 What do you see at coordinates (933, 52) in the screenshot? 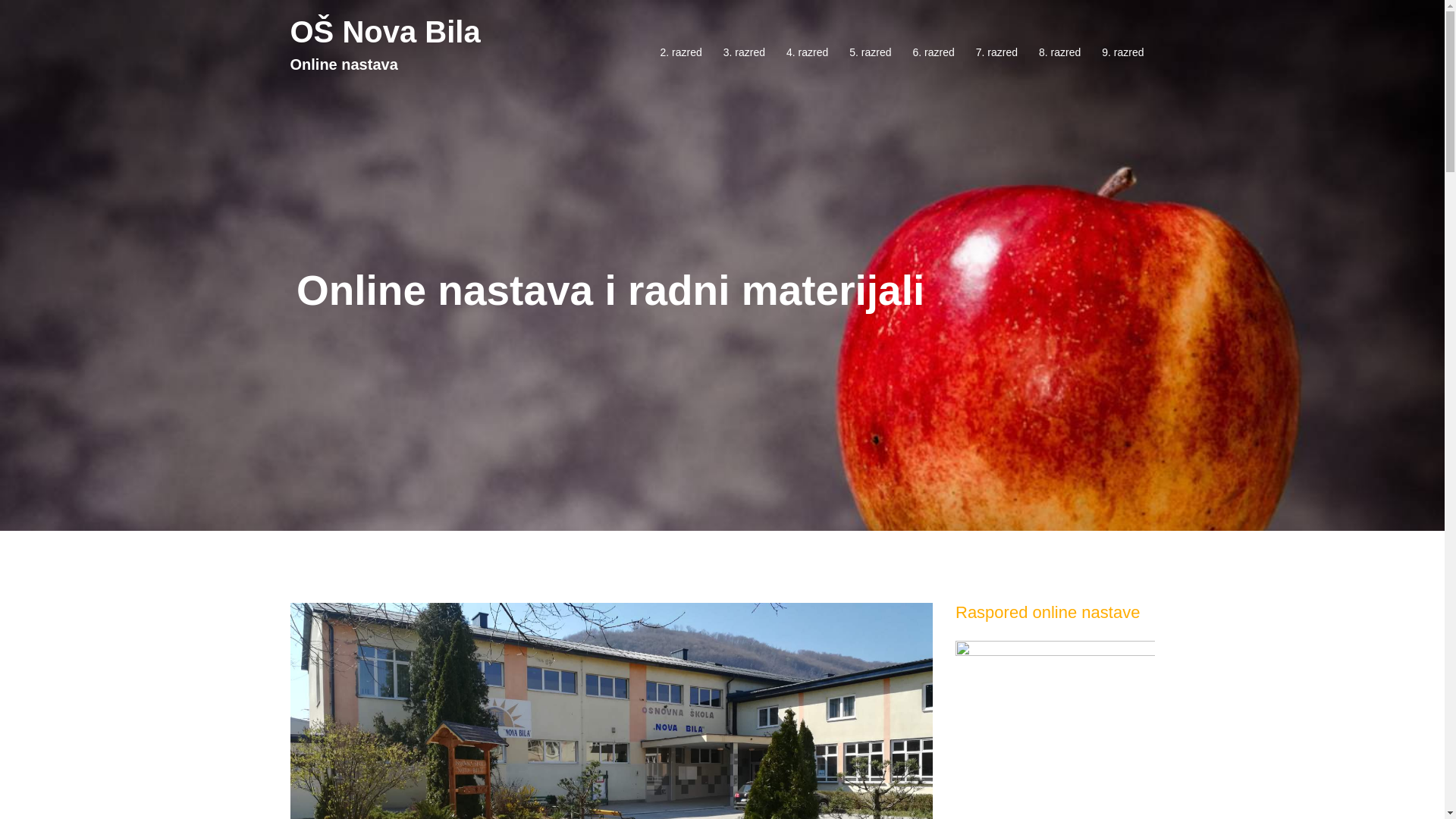
I see `'6. razred'` at bounding box center [933, 52].